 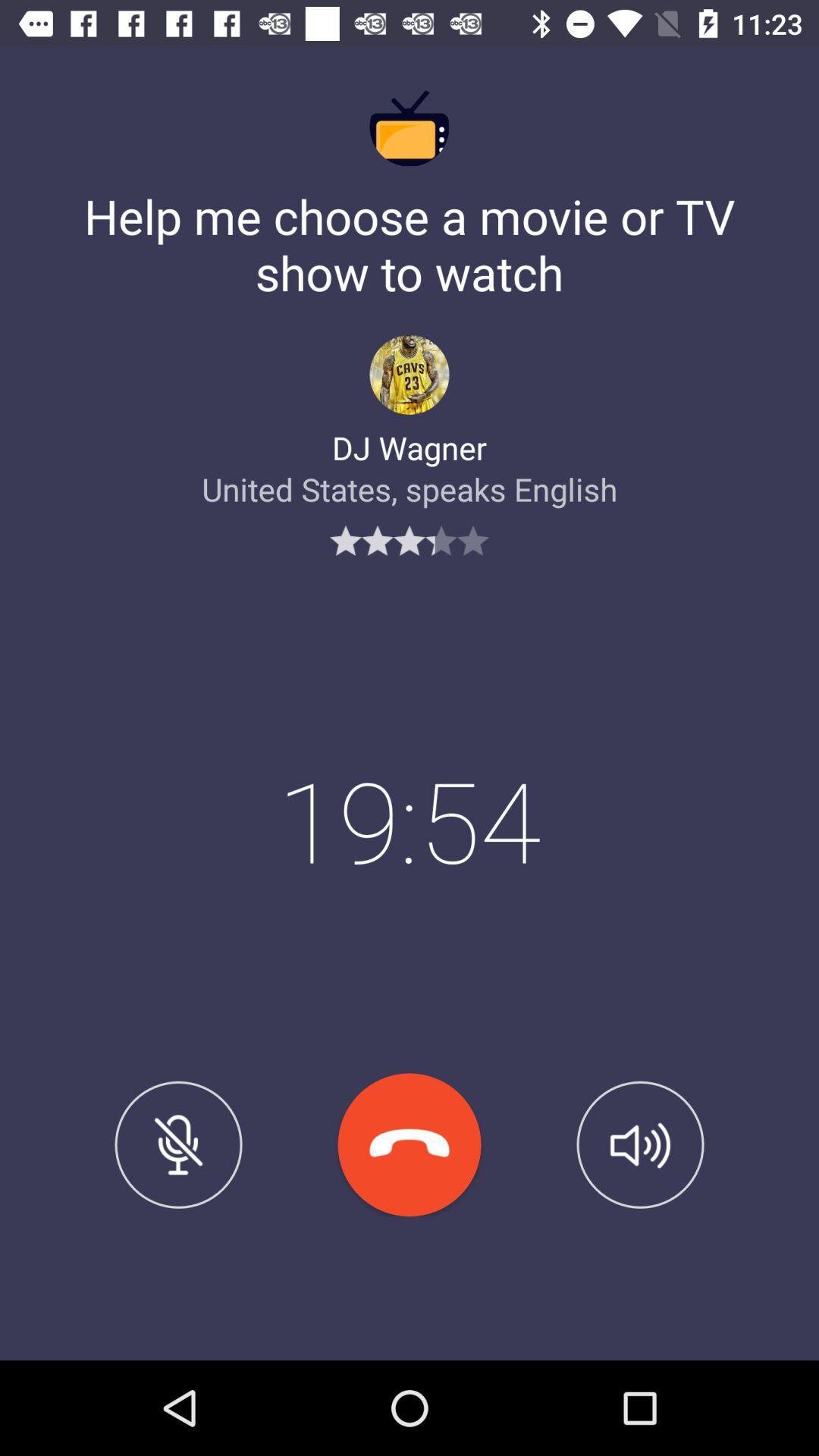 I want to click on item below united states speaks, so click(x=177, y=1144).